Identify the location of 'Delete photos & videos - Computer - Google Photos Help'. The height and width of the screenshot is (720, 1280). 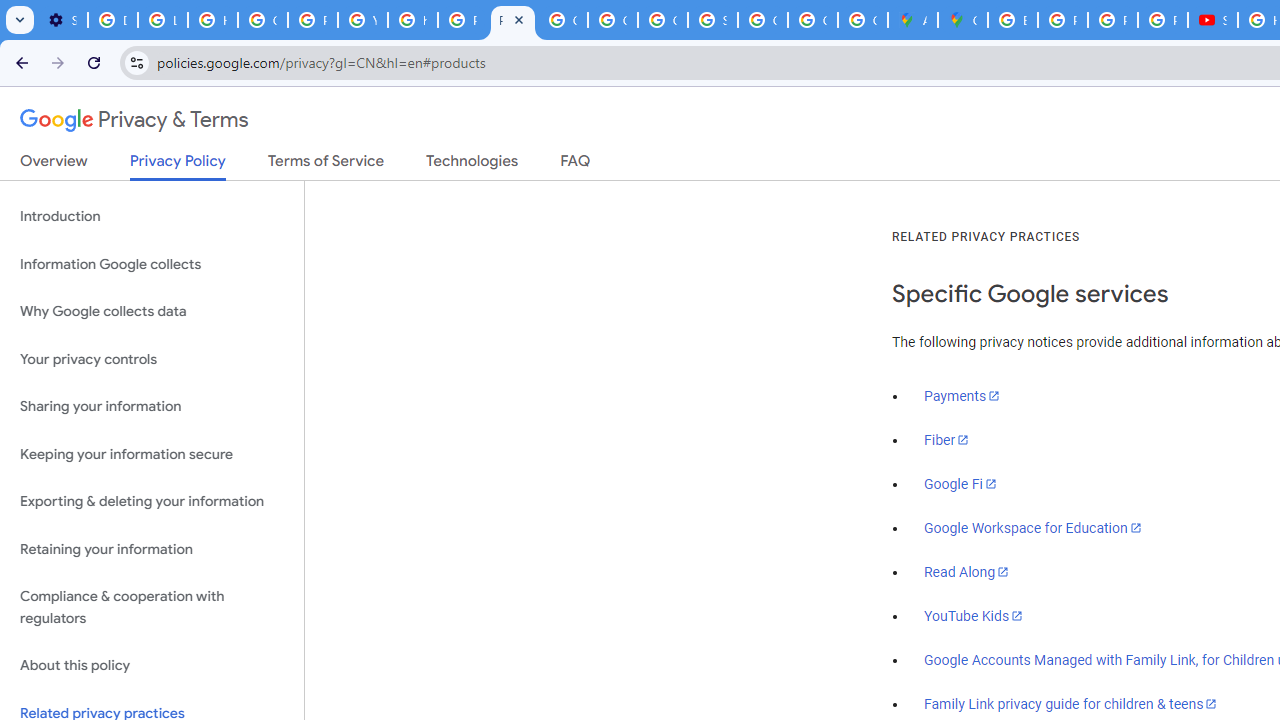
(112, 20).